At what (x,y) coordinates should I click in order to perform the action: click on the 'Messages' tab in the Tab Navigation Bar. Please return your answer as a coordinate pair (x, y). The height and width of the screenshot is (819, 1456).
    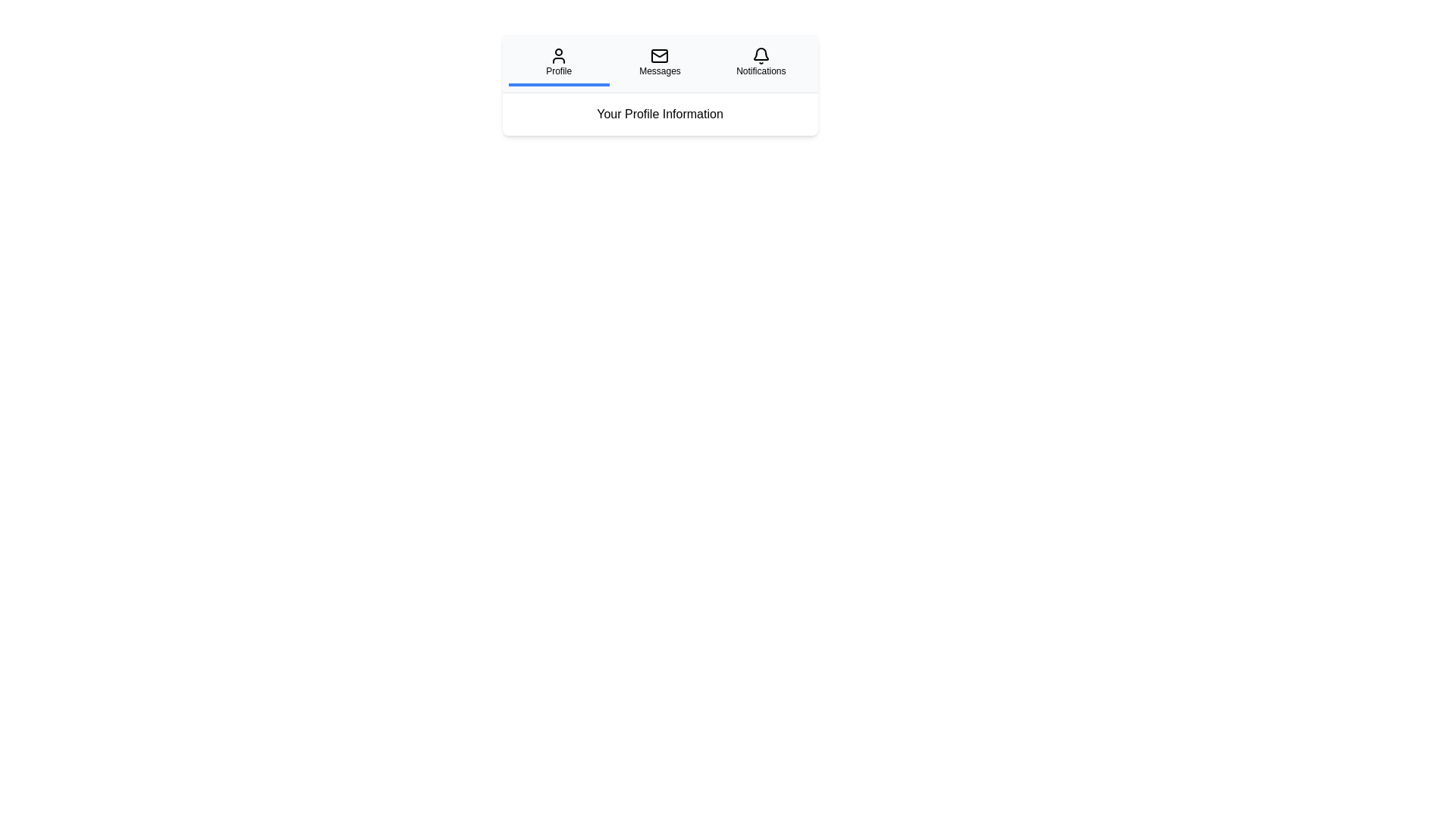
    Looking at the image, I should click on (660, 63).